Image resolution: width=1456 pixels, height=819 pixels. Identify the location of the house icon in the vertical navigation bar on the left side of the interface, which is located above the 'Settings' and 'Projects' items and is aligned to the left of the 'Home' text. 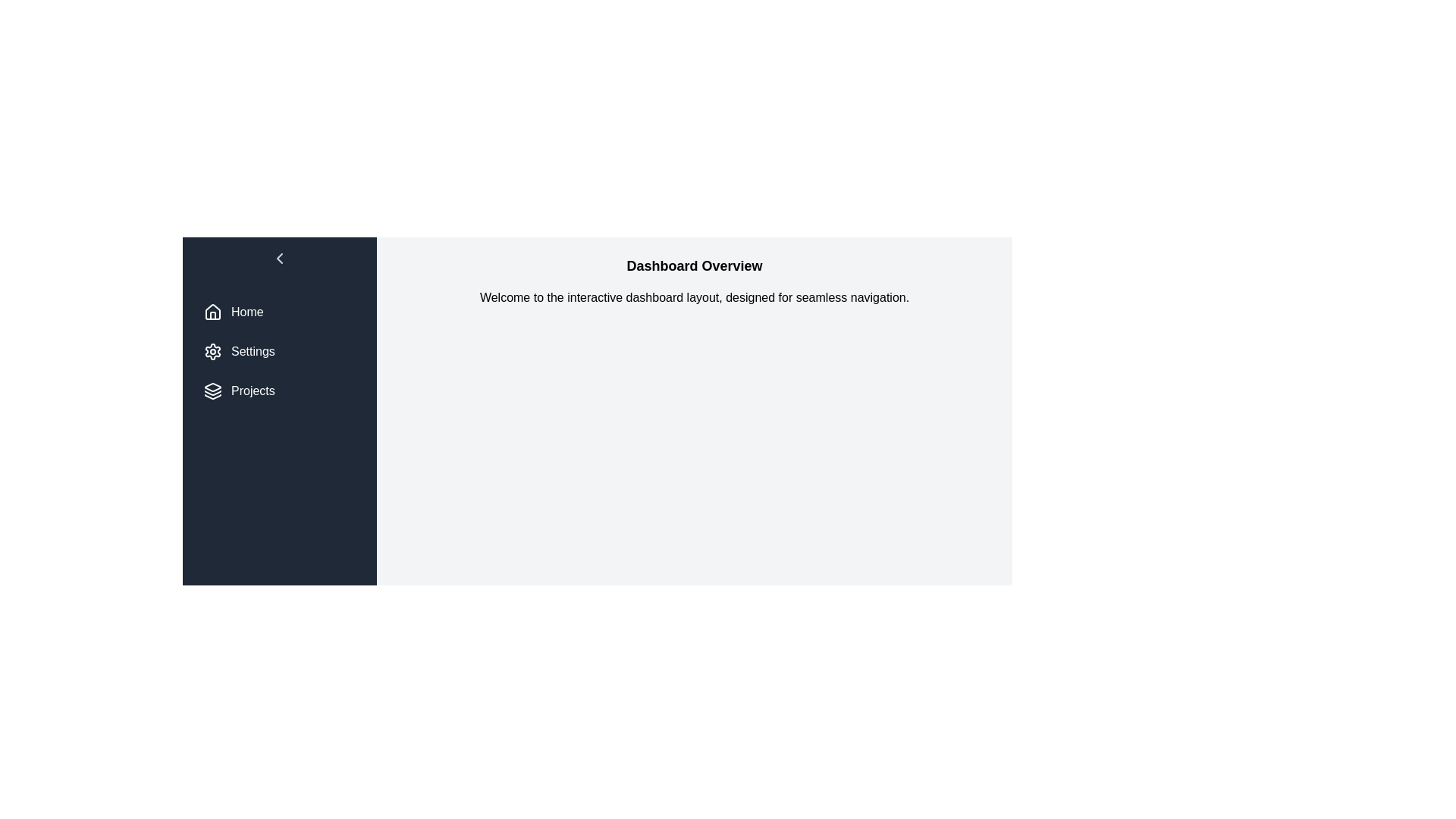
(212, 311).